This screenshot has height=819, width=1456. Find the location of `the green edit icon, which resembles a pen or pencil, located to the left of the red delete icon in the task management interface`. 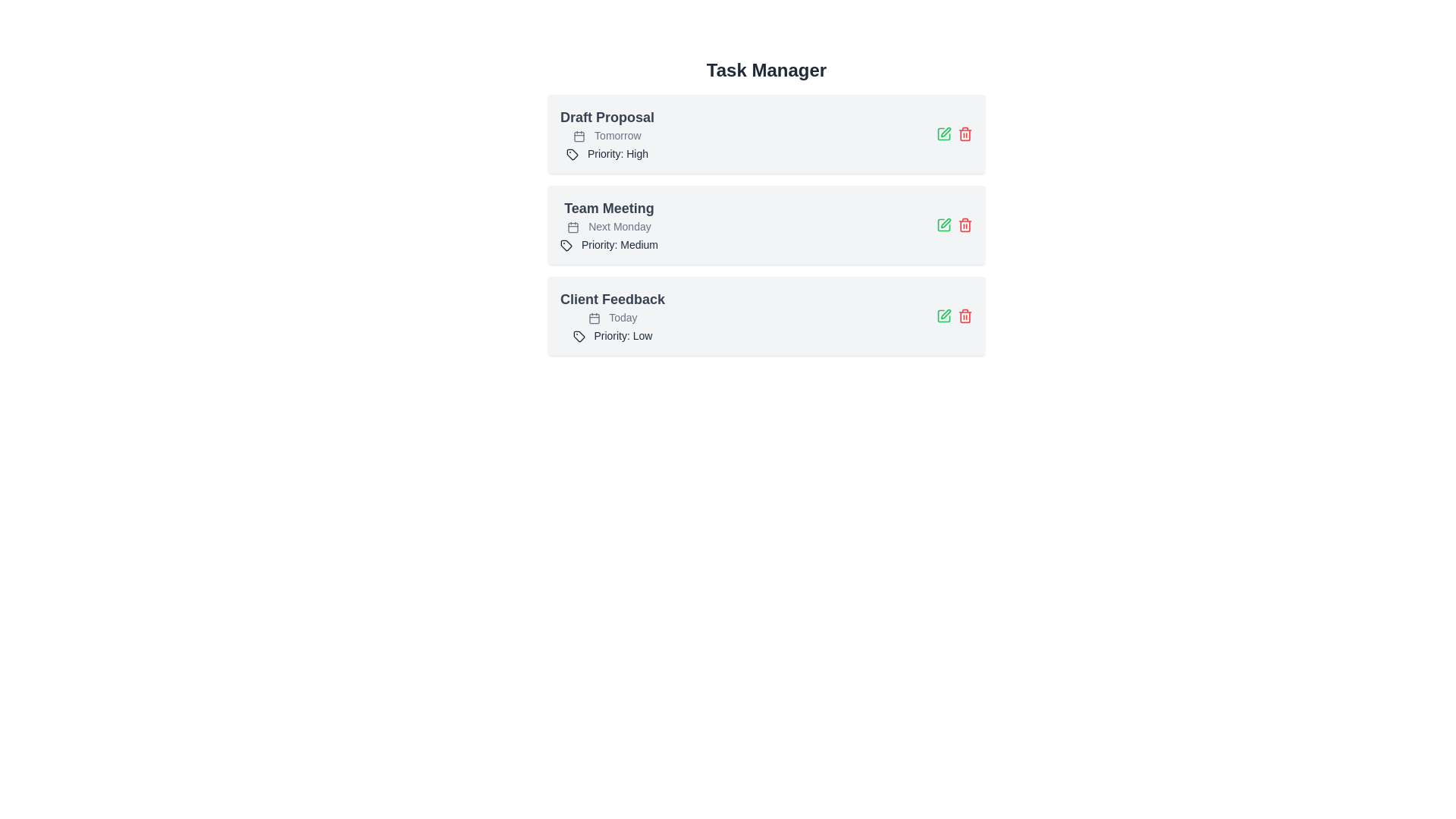

the green edit icon, which resembles a pen or pencil, located to the left of the red delete icon in the task management interface is located at coordinates (943, 315).